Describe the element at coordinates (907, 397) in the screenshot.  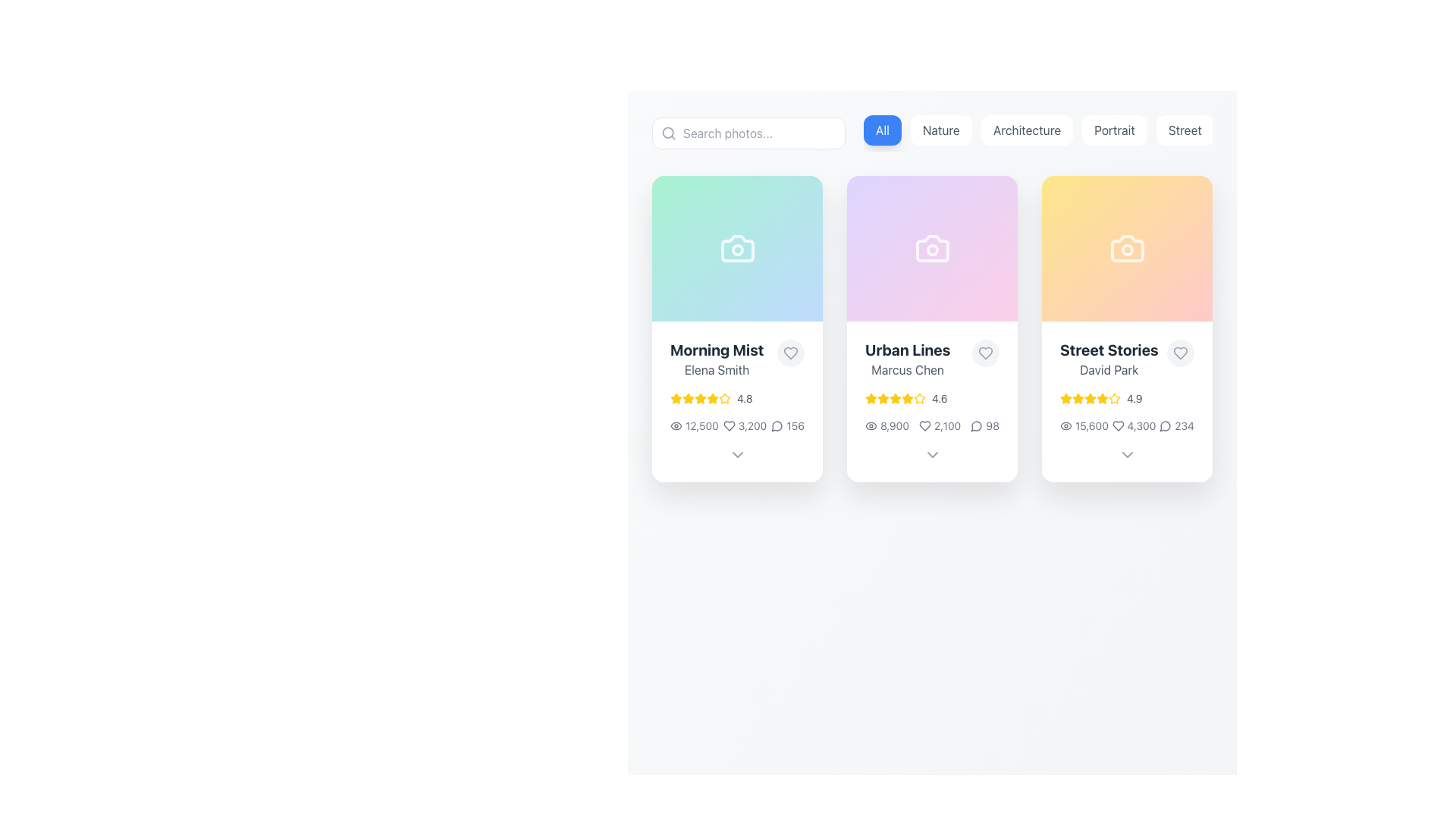
I see `the fourth star icon in the 'Urban Lines' card to interact with the rating` at that location.